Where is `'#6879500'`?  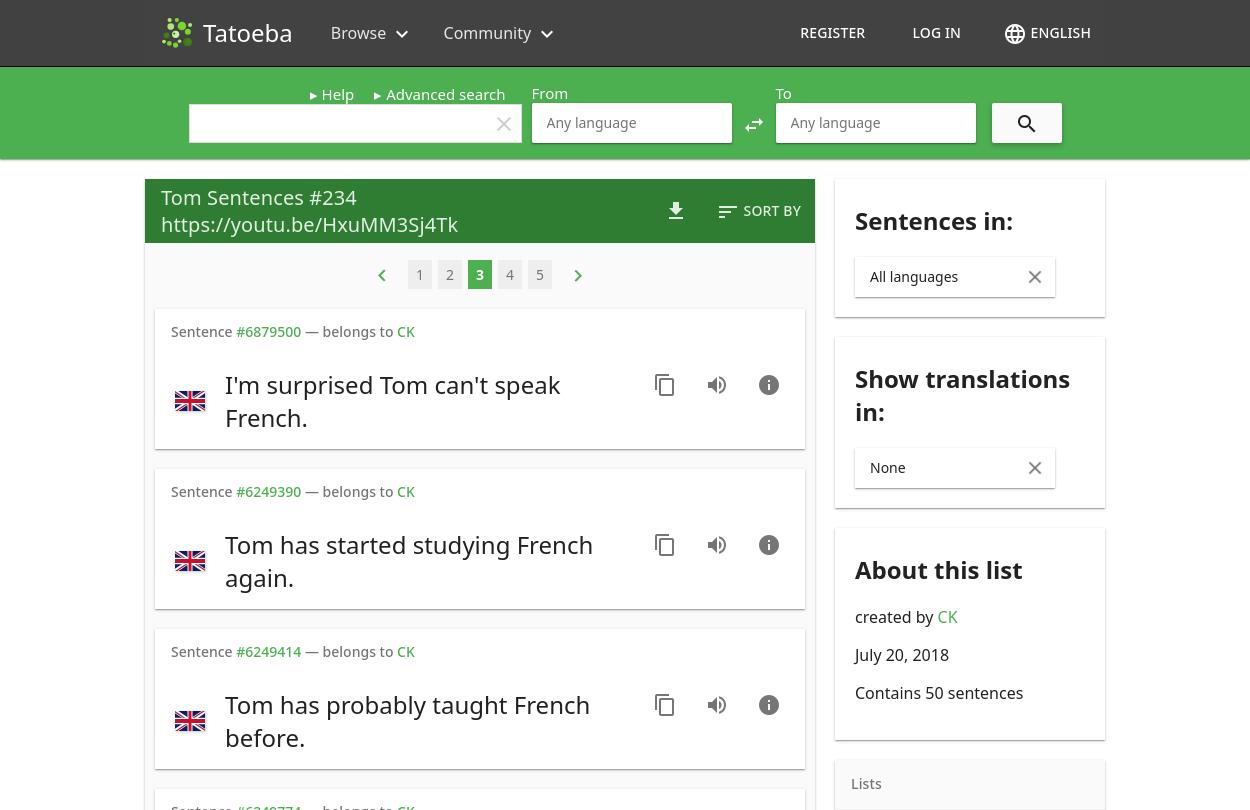
'#6879500' is located at coordinates (268, 330).